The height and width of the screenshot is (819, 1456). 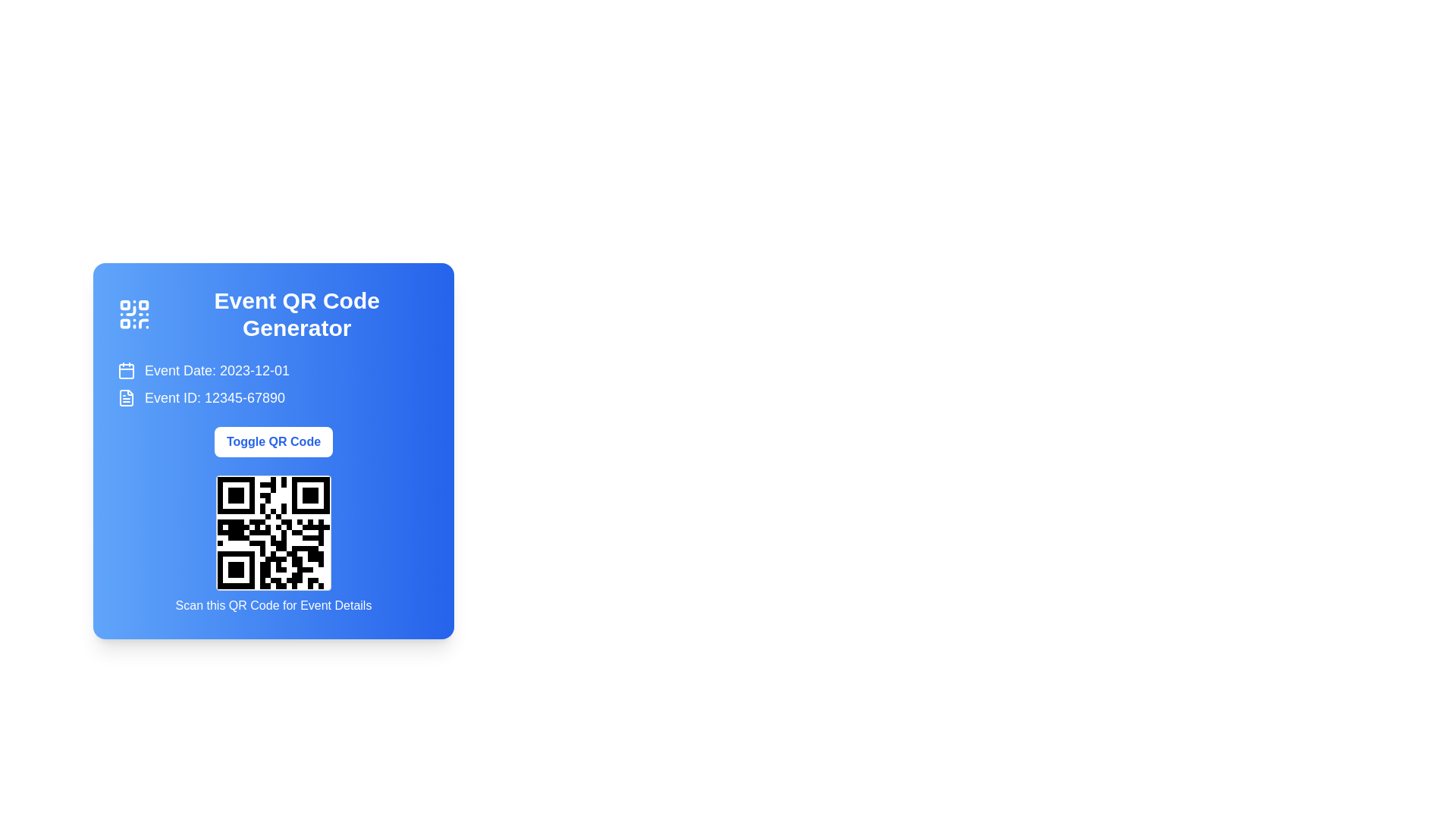 What do you see at coordinates (297, 314) in the screenshot?
I see `the Header or Title Text for the QR code generation section, which is prominently displayed at the top center of a blue card-like interface` at bounding box center [297, 314].